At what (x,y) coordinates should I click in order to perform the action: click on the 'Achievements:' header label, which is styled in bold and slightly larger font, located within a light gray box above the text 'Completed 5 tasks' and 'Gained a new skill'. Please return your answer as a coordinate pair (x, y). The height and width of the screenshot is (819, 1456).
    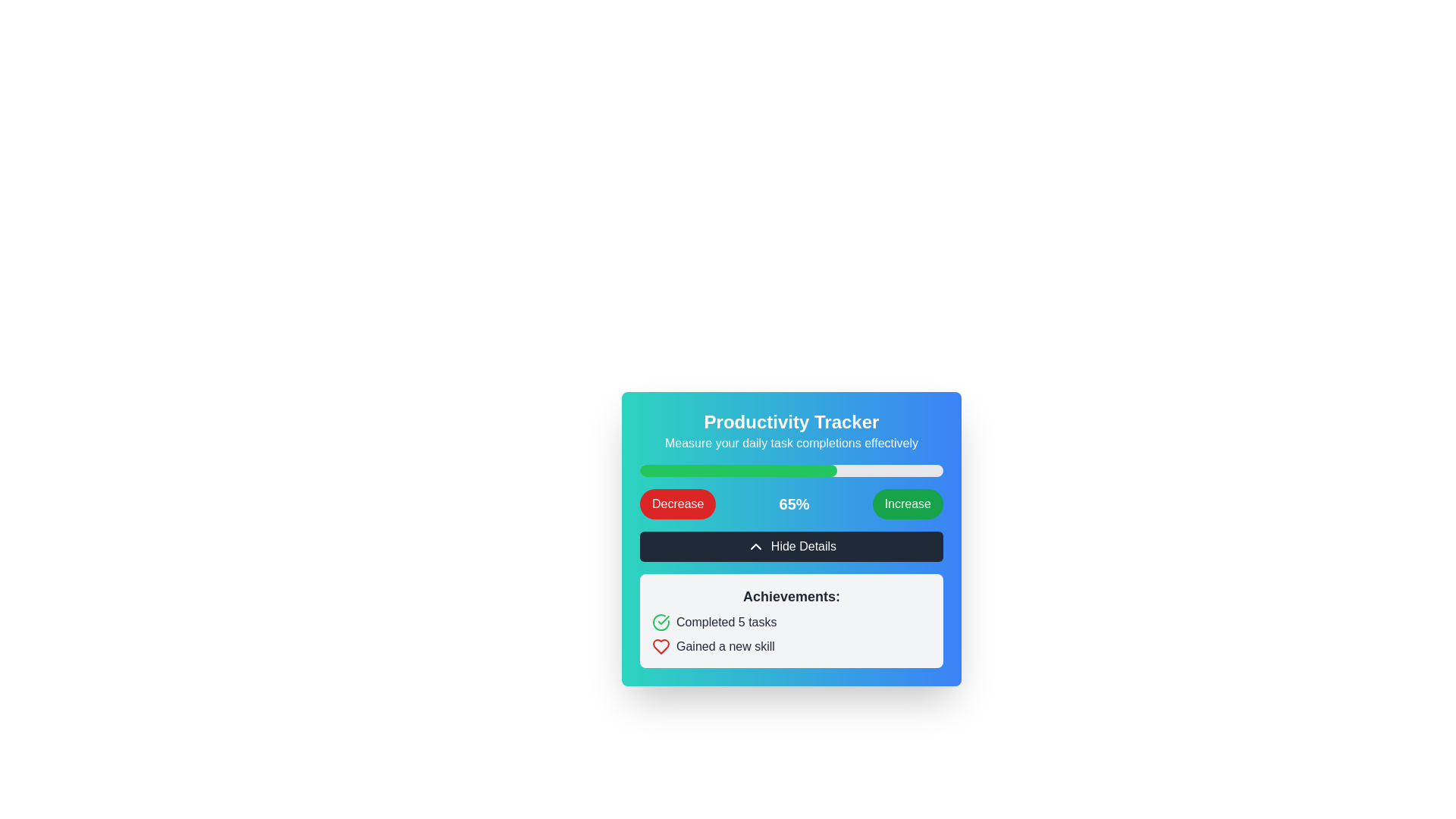
    Looking at the image, I should click on (790, 595).